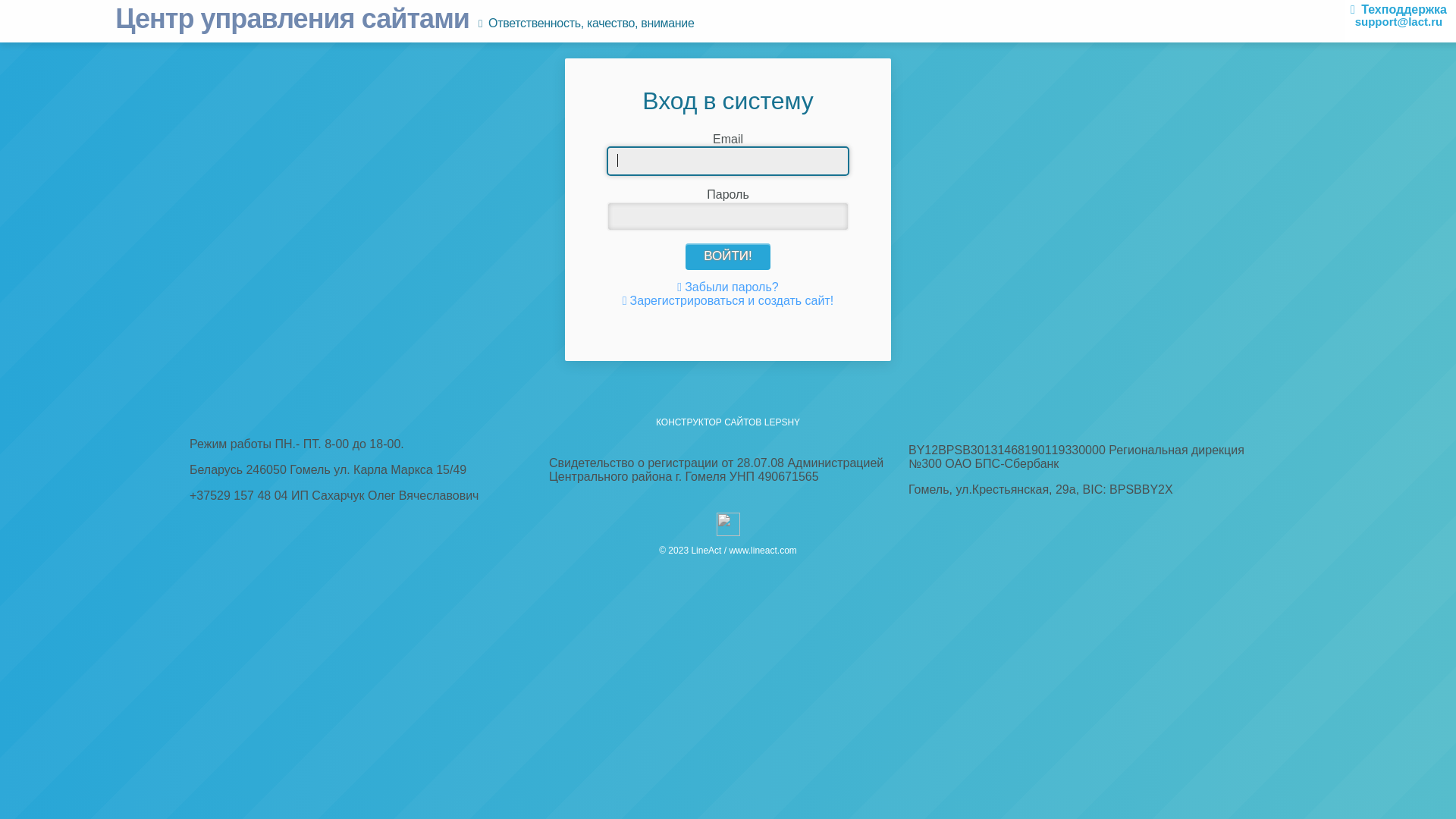  What do you see at coordinates (743, 550) in the screenshot?
I see `'LineAct / www.lineact.com'` at bounding box center [743, 550].